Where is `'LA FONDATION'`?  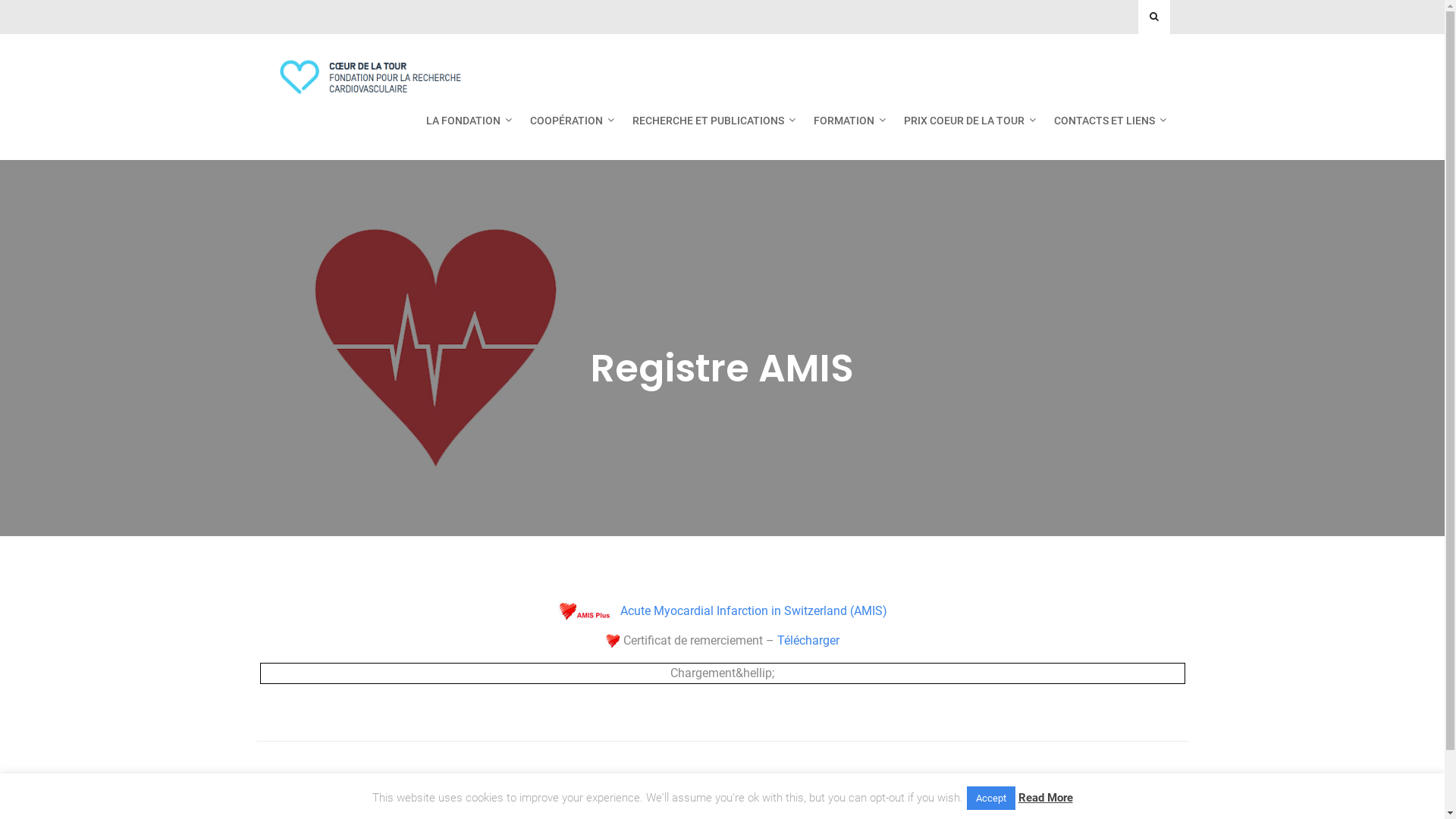 'LA FONDATION' is located at coordinates (463, 120).